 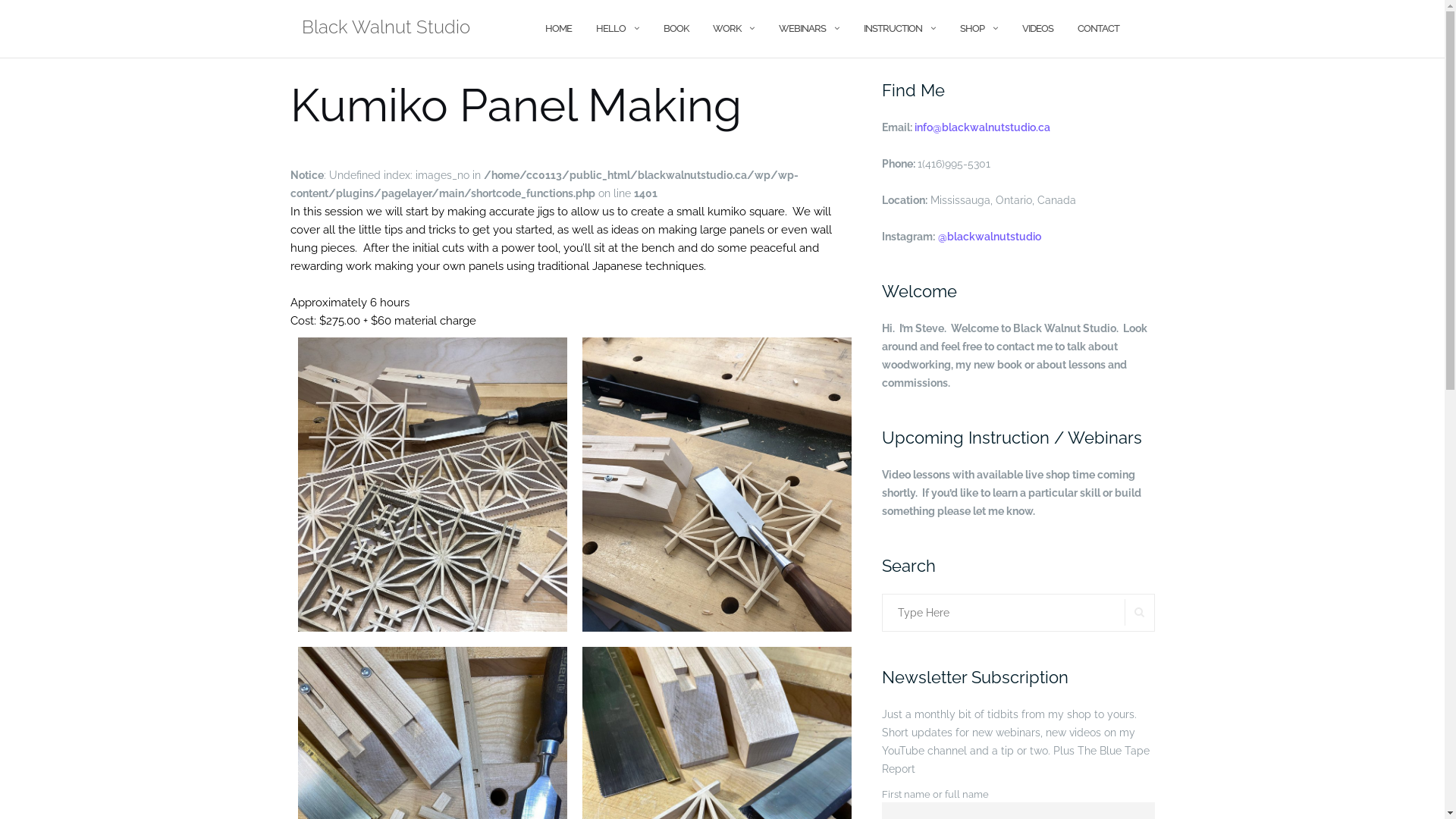 What do you see at coordinates (971, 28) in the screenshot?
I see `'SHOP'` at bounding box center [971, 28].